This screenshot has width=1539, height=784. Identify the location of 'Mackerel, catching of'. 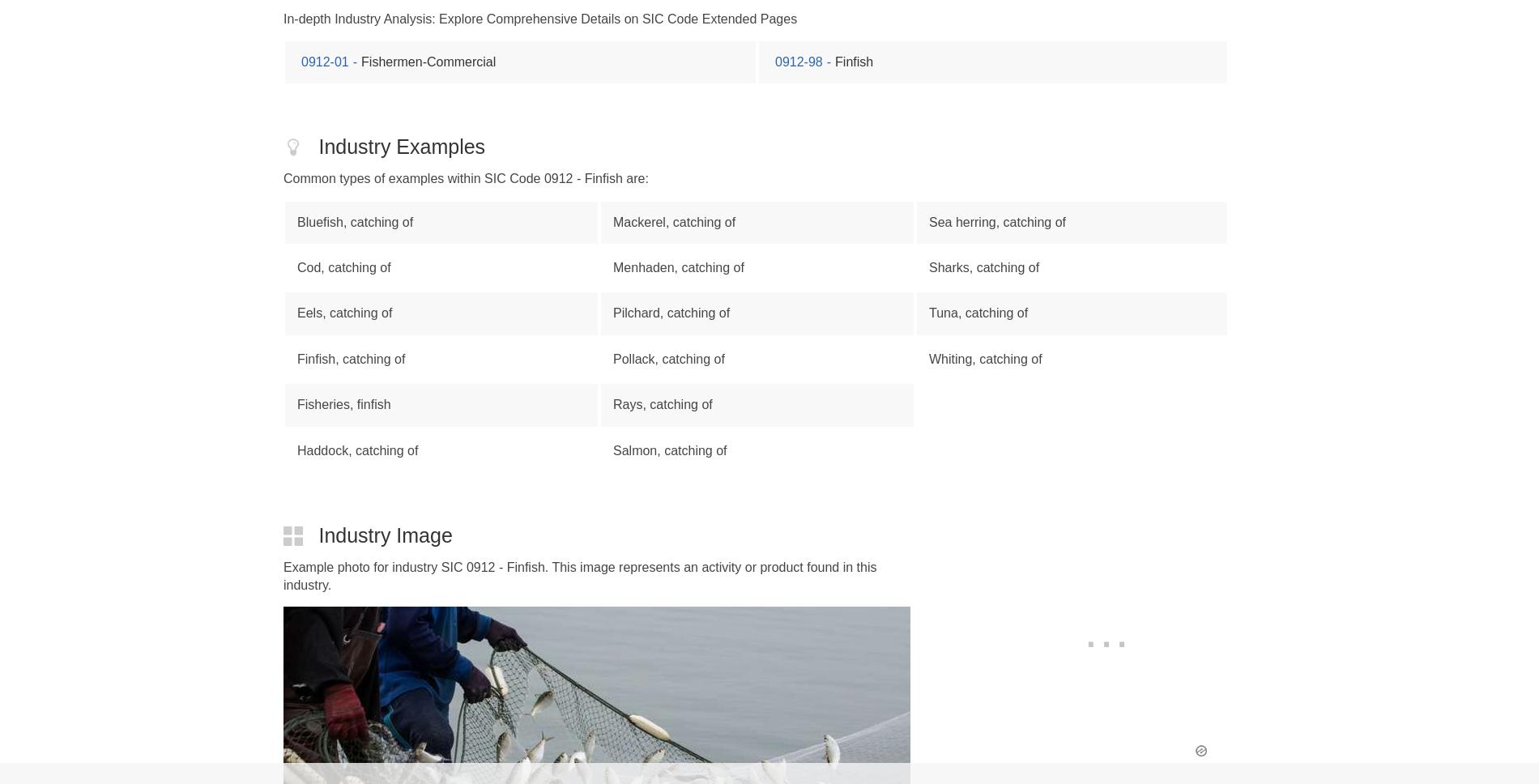
(673, 221).